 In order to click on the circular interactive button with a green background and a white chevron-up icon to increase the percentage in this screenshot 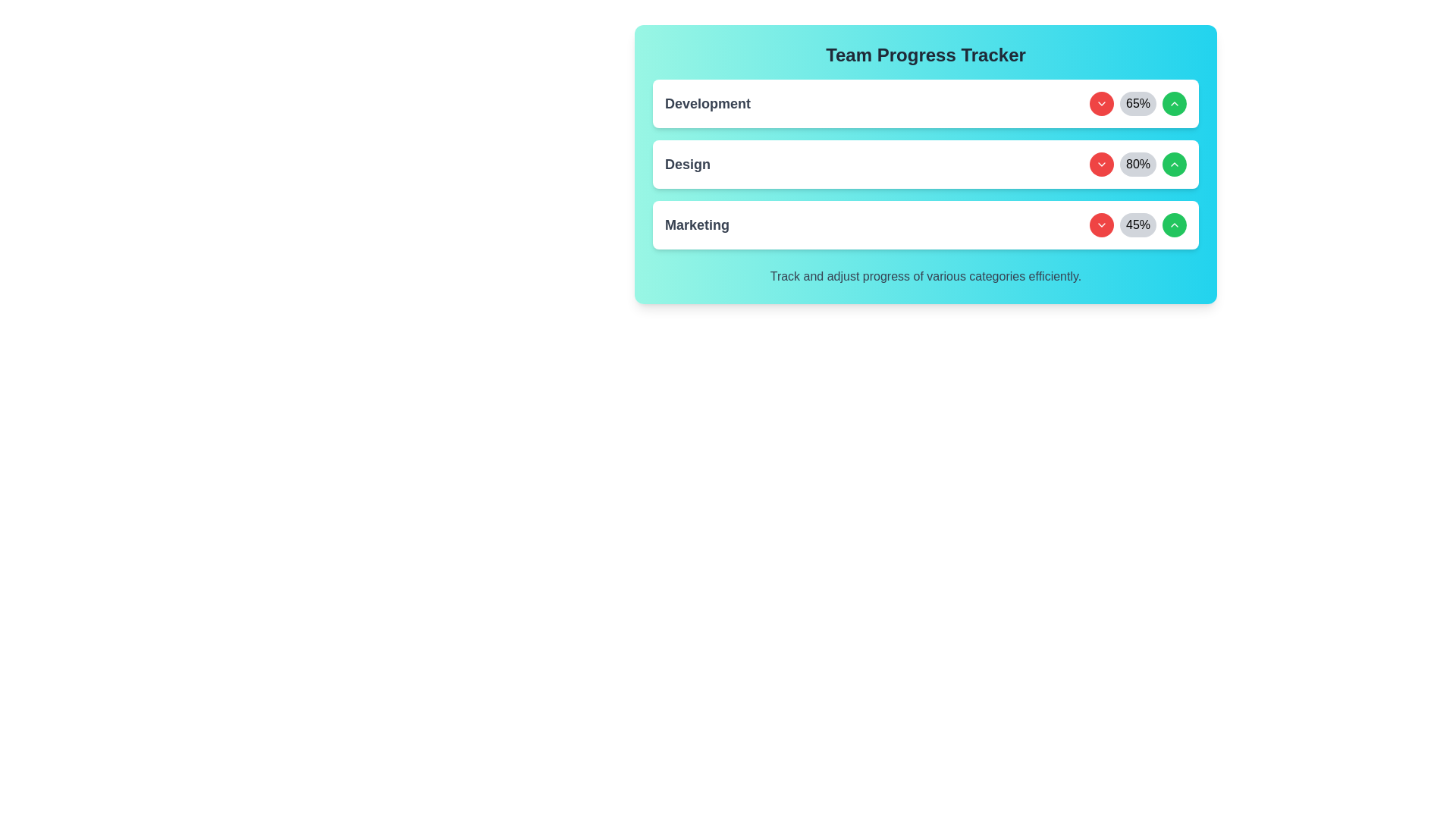, I will do `click(1174, 164)`.